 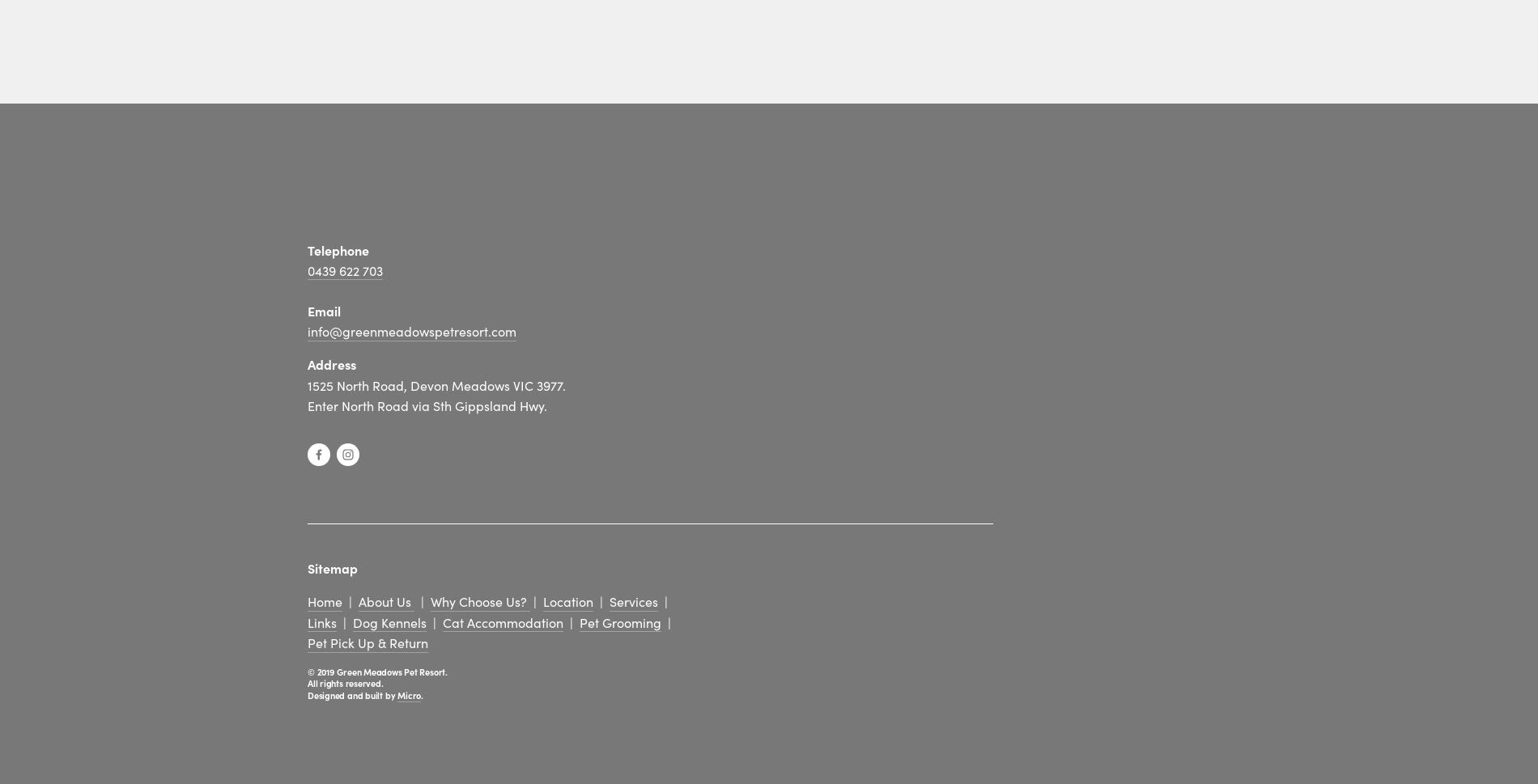 I want to click on 'Enter North Road via Sth Gippsland Hwy.', so click(x=427, y=404).